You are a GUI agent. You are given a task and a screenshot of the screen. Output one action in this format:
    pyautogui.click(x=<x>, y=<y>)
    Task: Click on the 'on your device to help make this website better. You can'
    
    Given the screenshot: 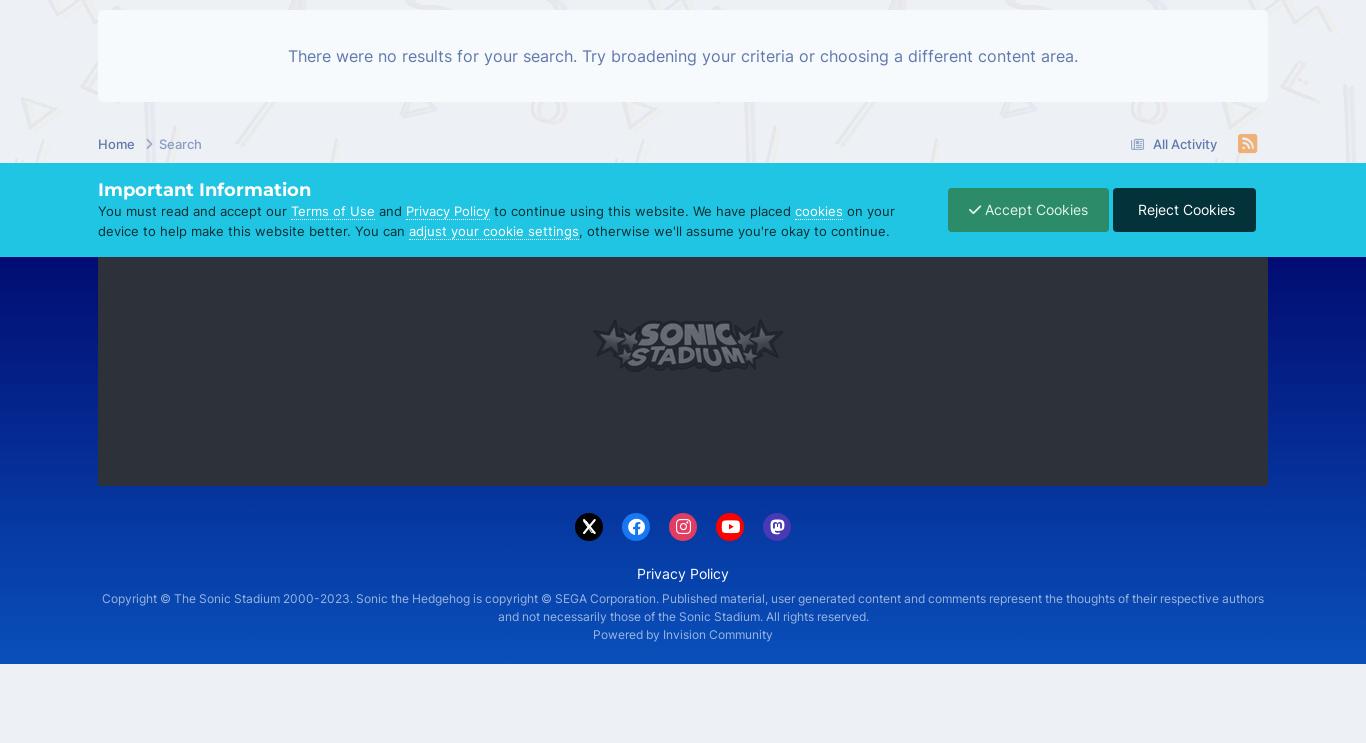 What is the action you would take?
    pyautogui.click(x=97, y=219)
    